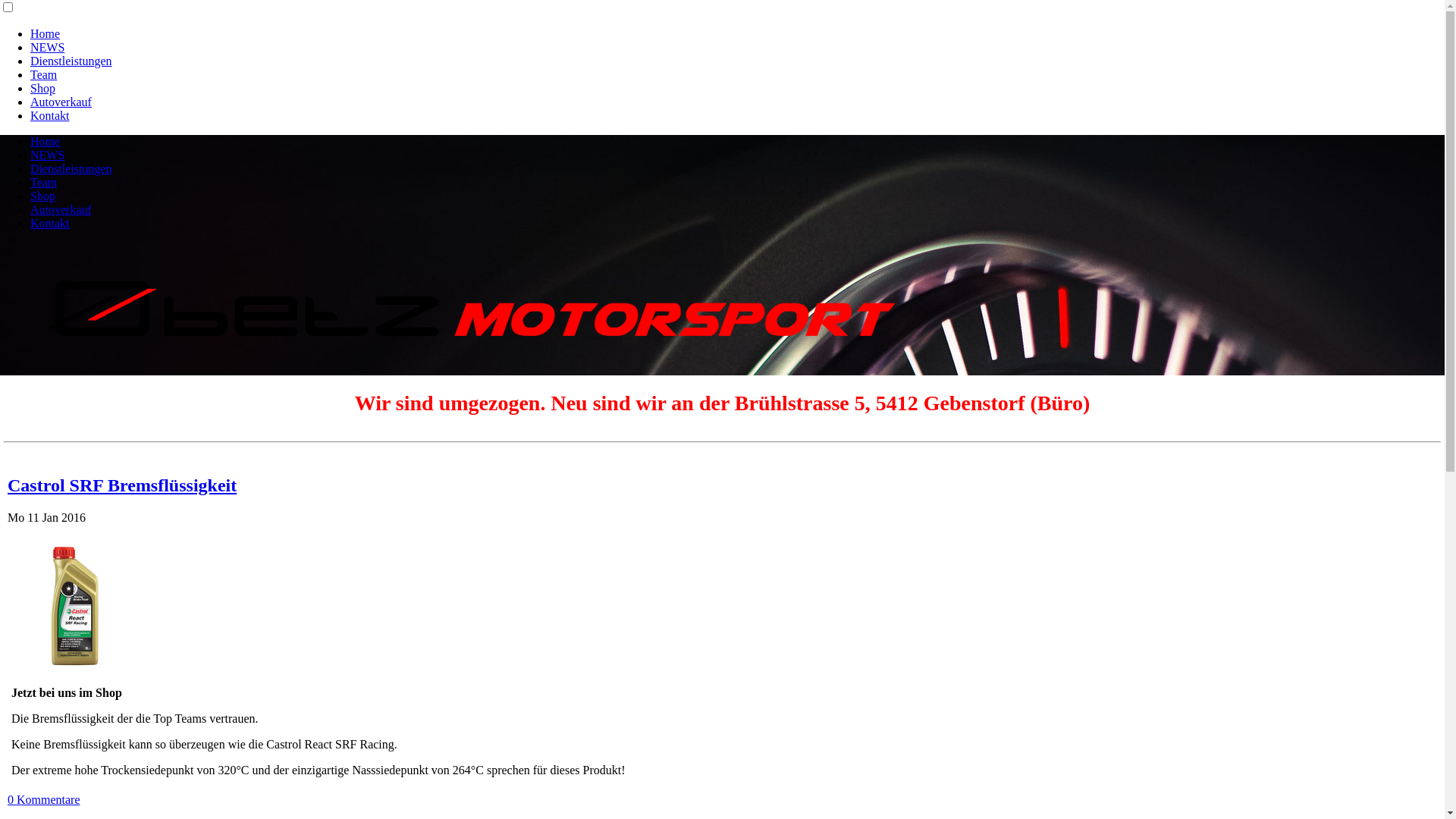 This screenshot has height=819, width=1456. Describe the element at coordinates (42, 88) in the screenshot. I see `'Shop'` at that location.